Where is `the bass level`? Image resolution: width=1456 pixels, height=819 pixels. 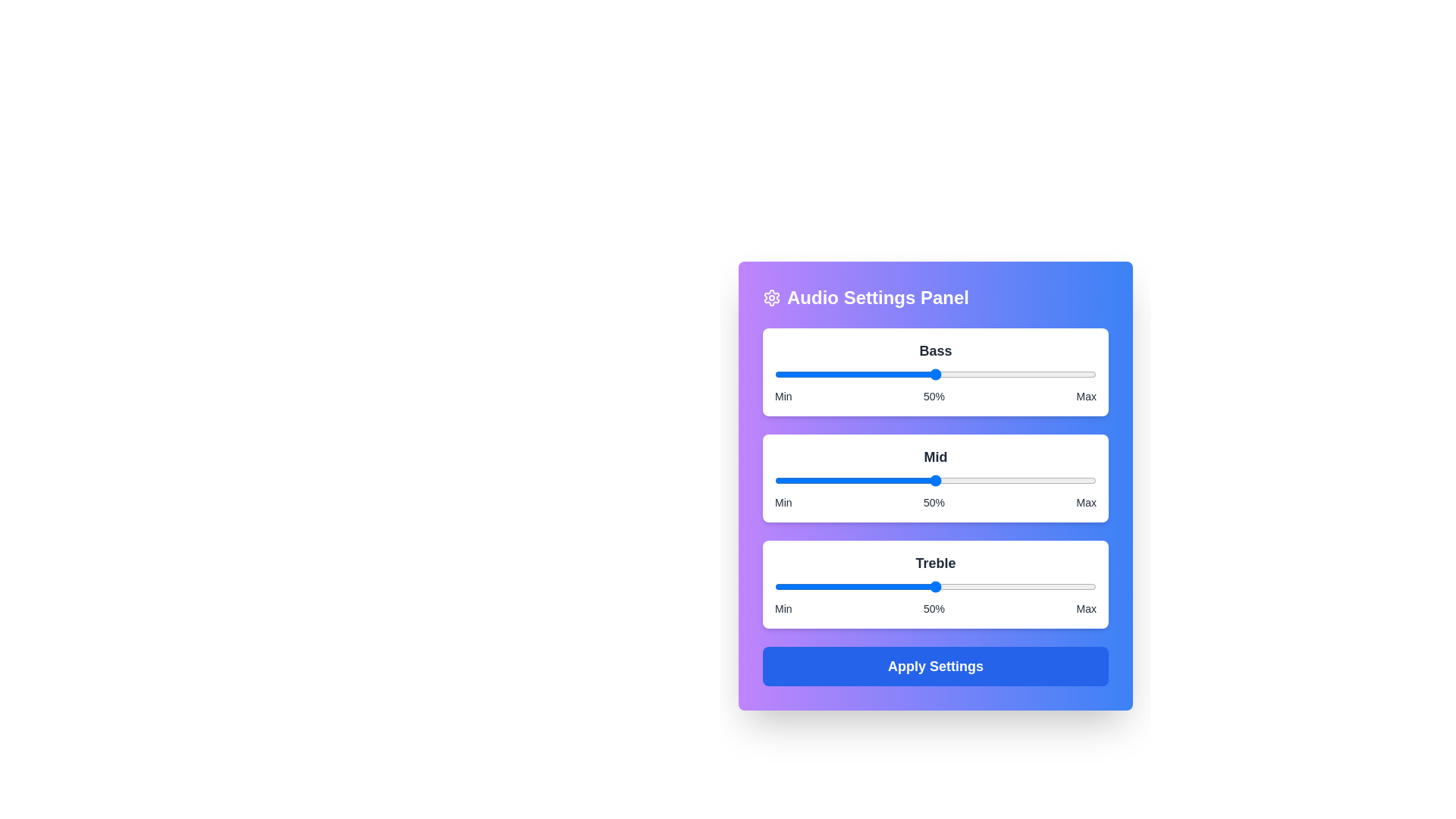 the bass level is located at coordinates (1044, 374).